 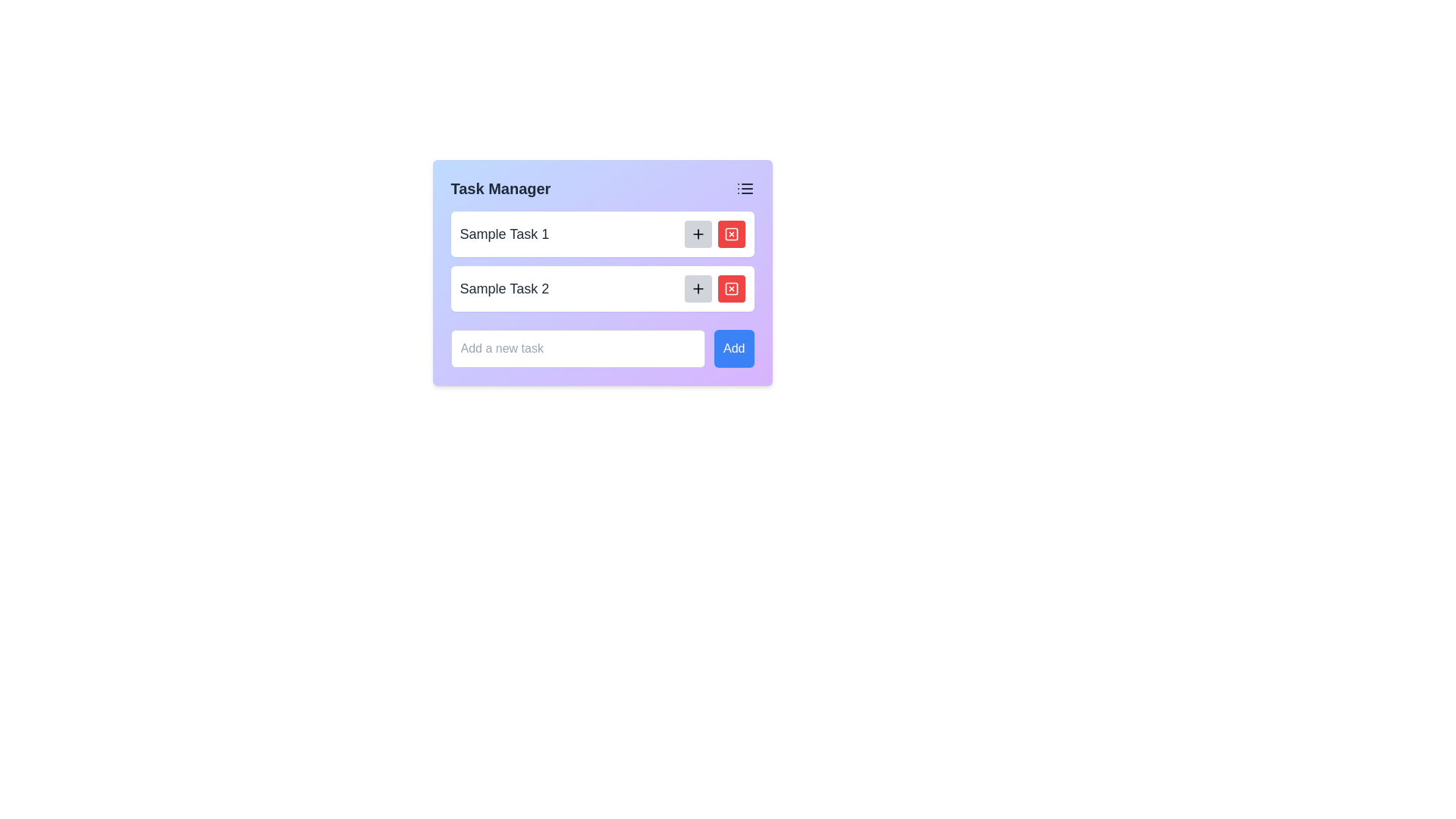 I want to click on the add or increase action button icon located at the top of the list, so click(x=697, y=234).